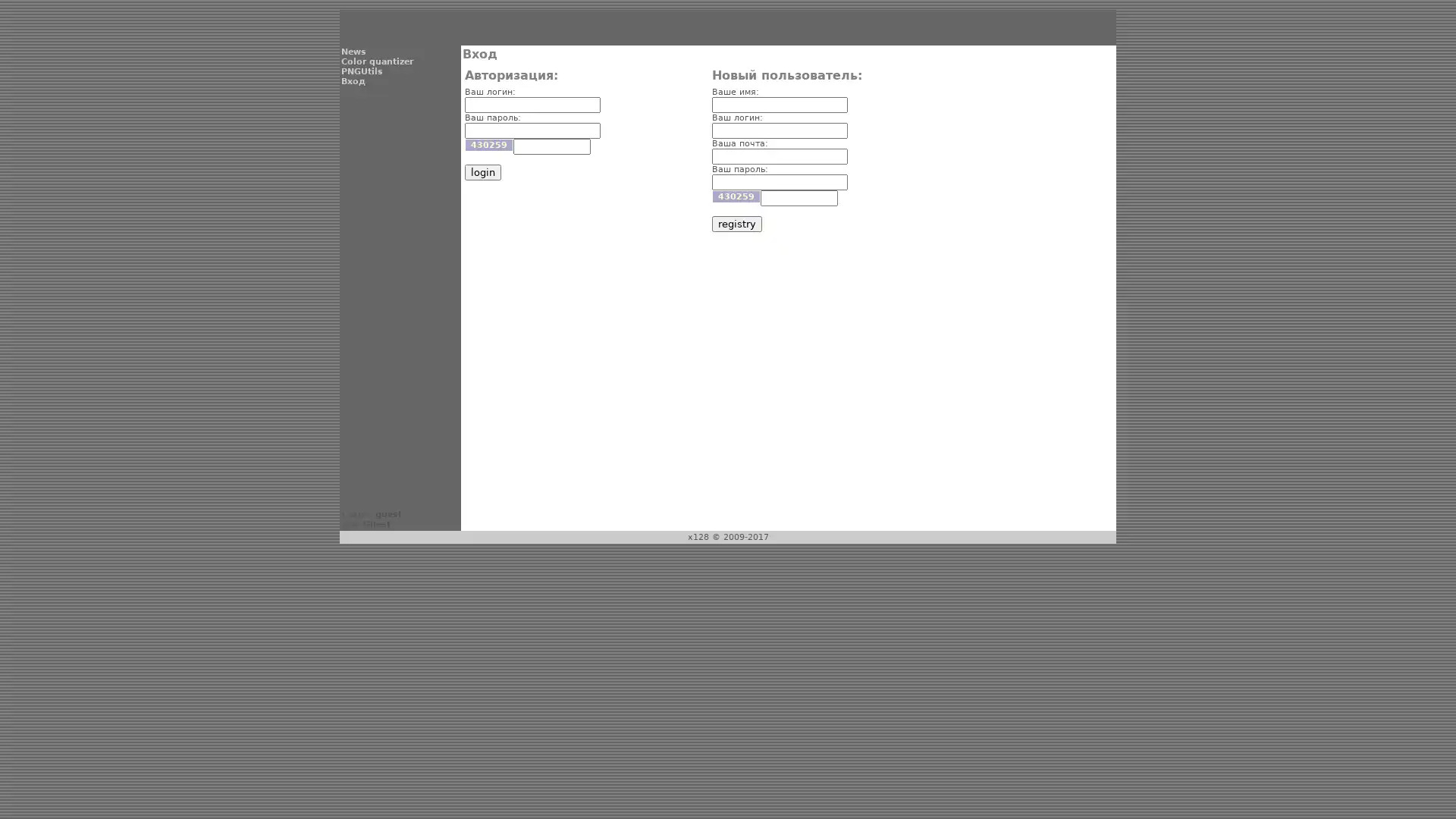 This screenshot has height=819, width=1456. I want to click on login, so click(481, 171).